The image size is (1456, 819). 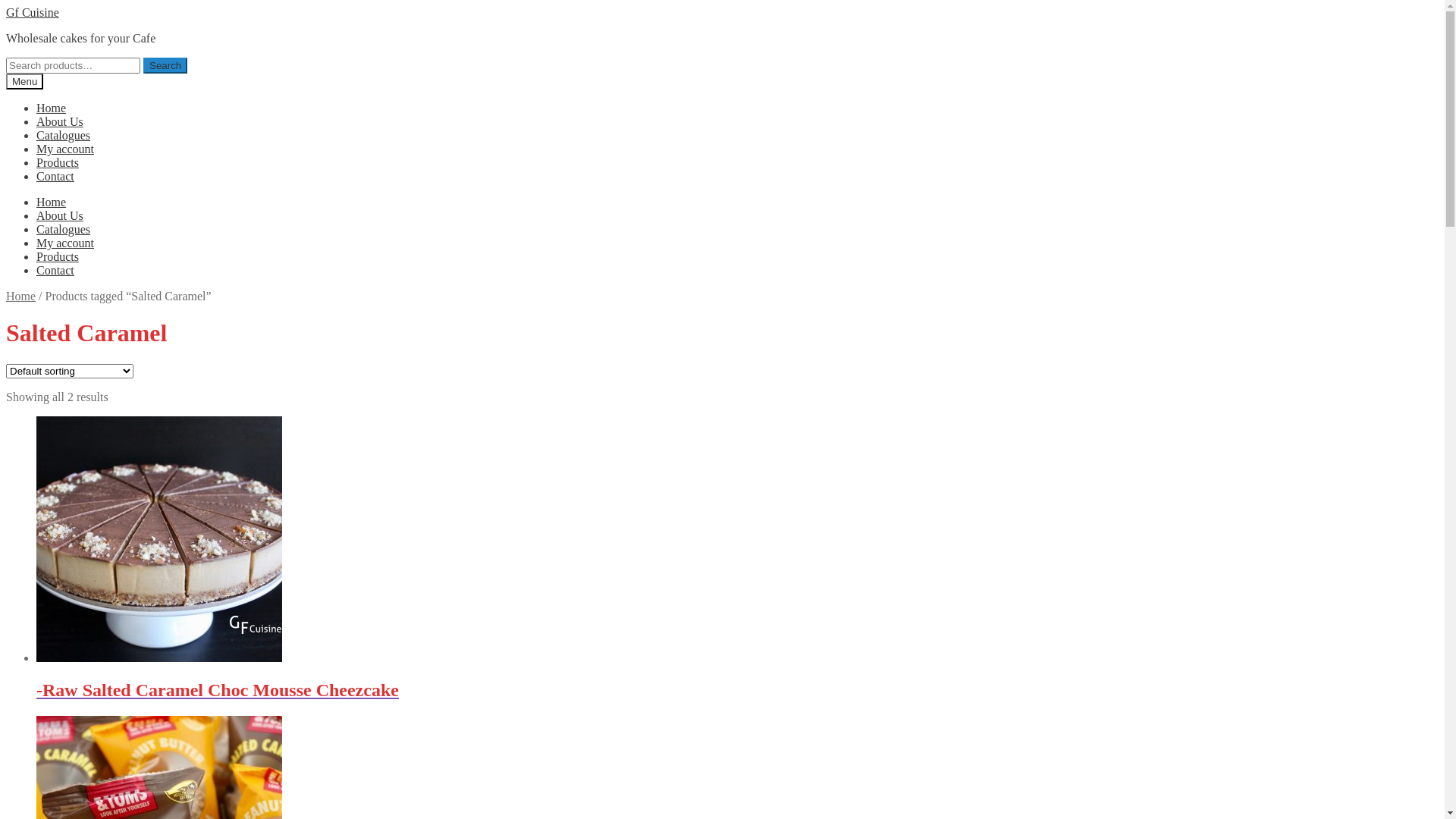 I want to click on 'Home', so click(x=36, y=107).